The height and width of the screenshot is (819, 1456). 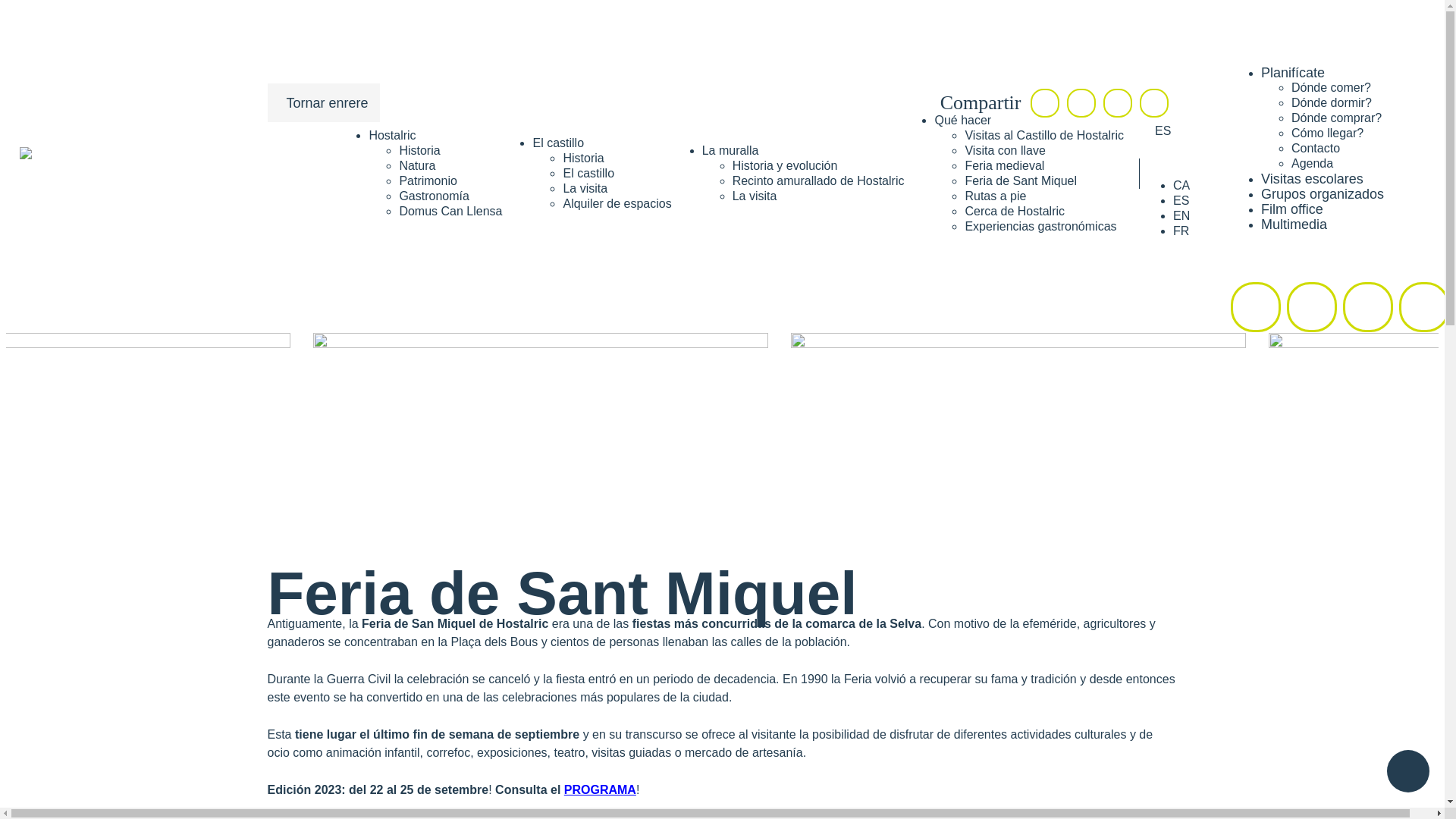 I want to click on 'El castillo', so click(x=532, y=143).